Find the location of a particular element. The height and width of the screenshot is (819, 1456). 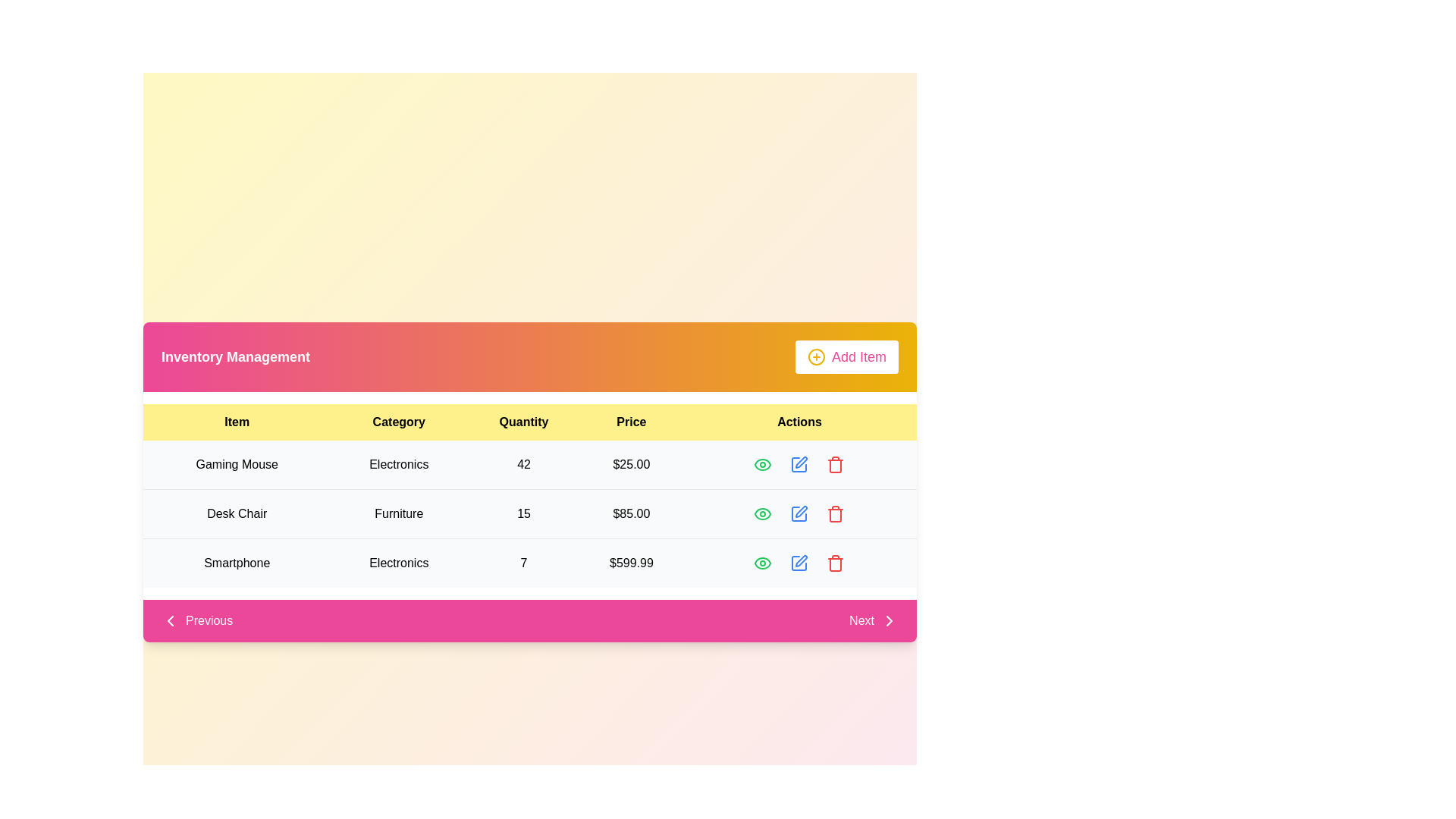

the text label displaying 'Smartphone' in black font on a white background, located in the first cell of the third row under the 'Item' column is located at coordinates (236, 563).